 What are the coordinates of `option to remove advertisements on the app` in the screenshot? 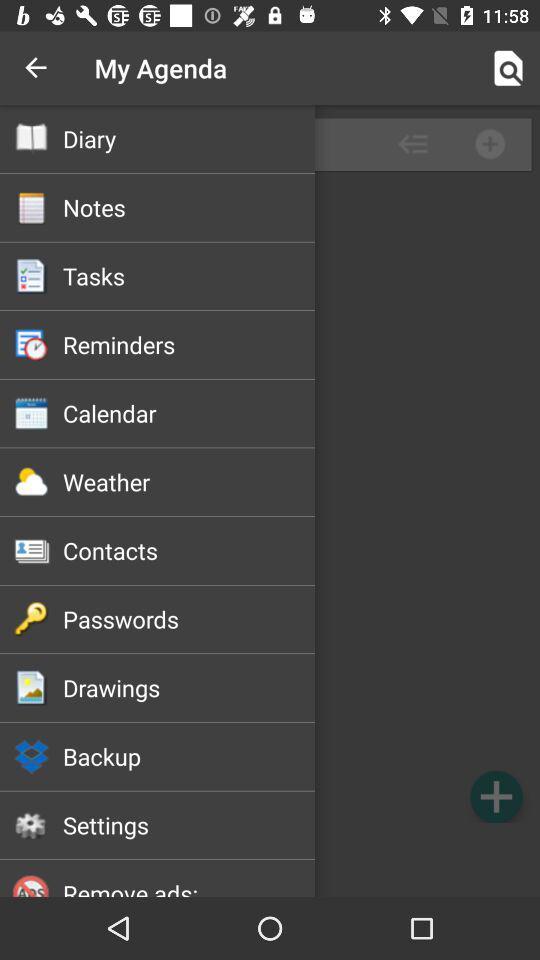 It's located at (270, 861).